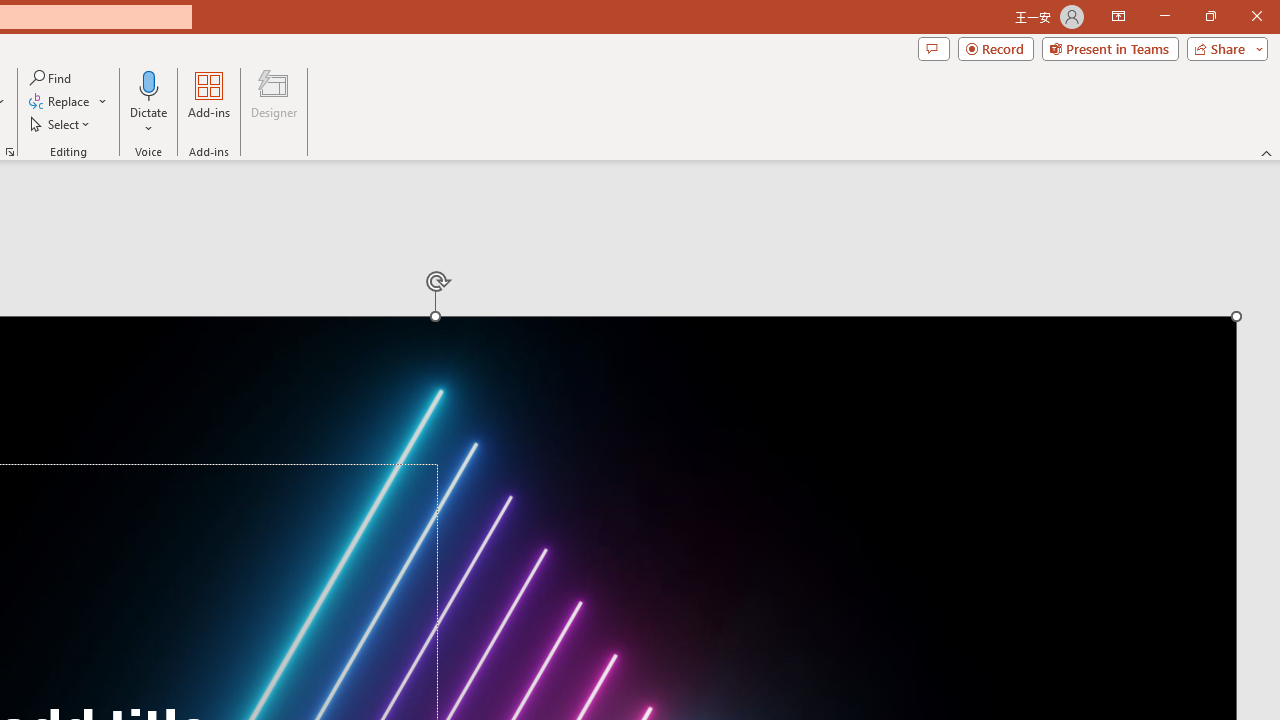  I want to click on 'Format Object...', so click(10, 150).